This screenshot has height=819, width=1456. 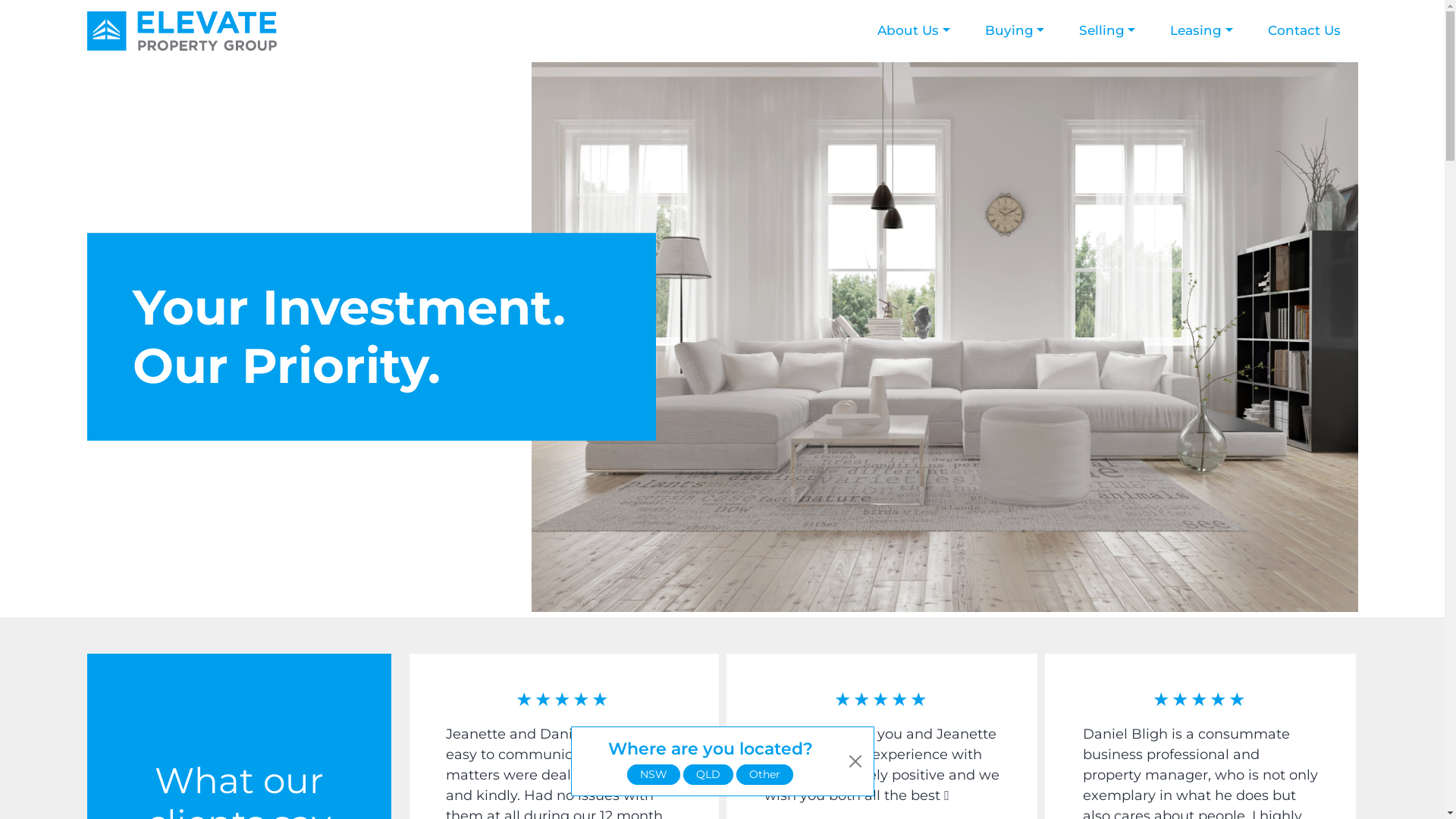 I want to click on 'Buying', so click(x=1015, y=31).